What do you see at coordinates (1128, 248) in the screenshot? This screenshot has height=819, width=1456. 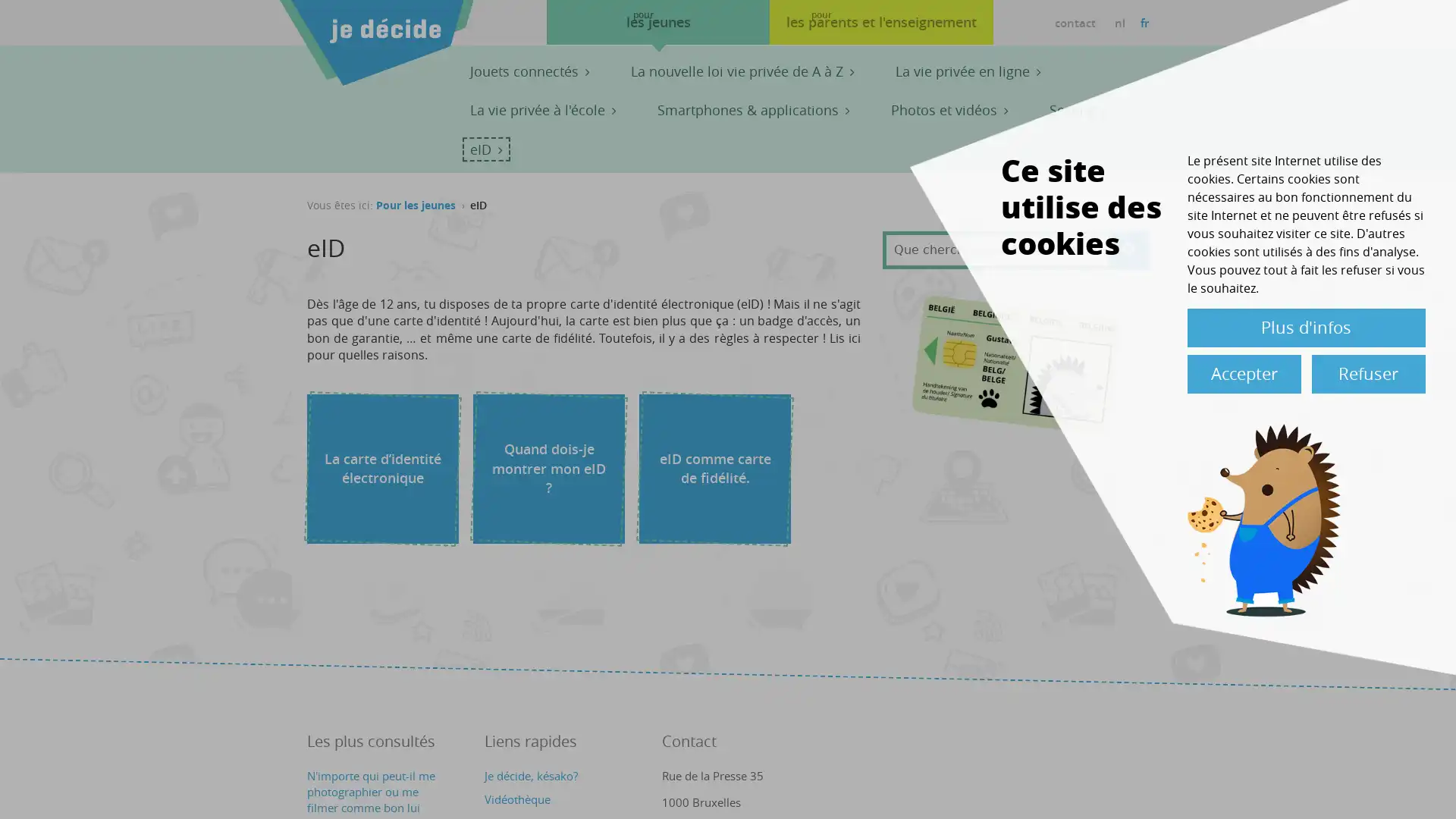 I see `Apply` at bounding box center [1128, 248].